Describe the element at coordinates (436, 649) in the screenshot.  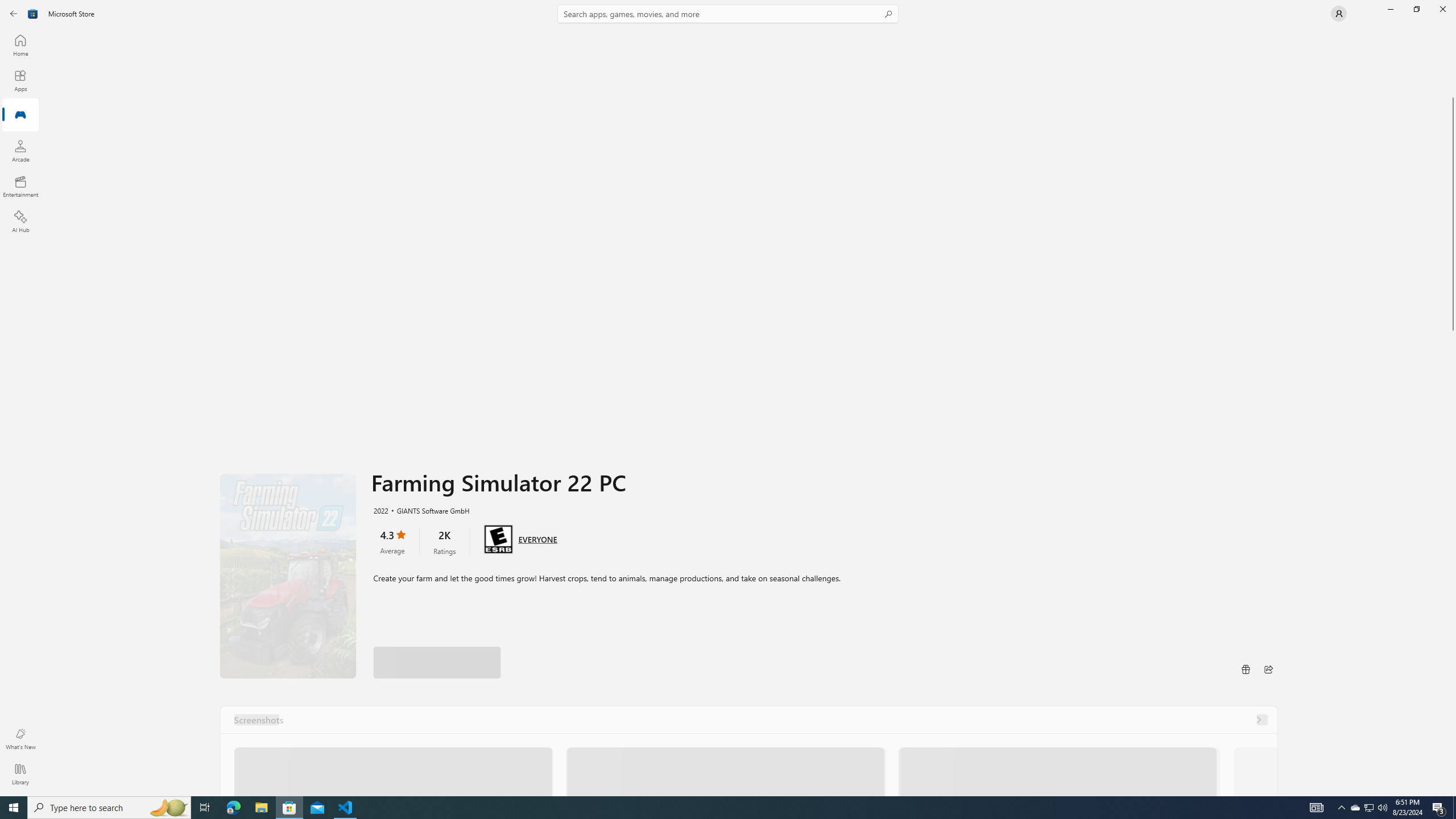
I see `'Play with Game Pass'` at that location.